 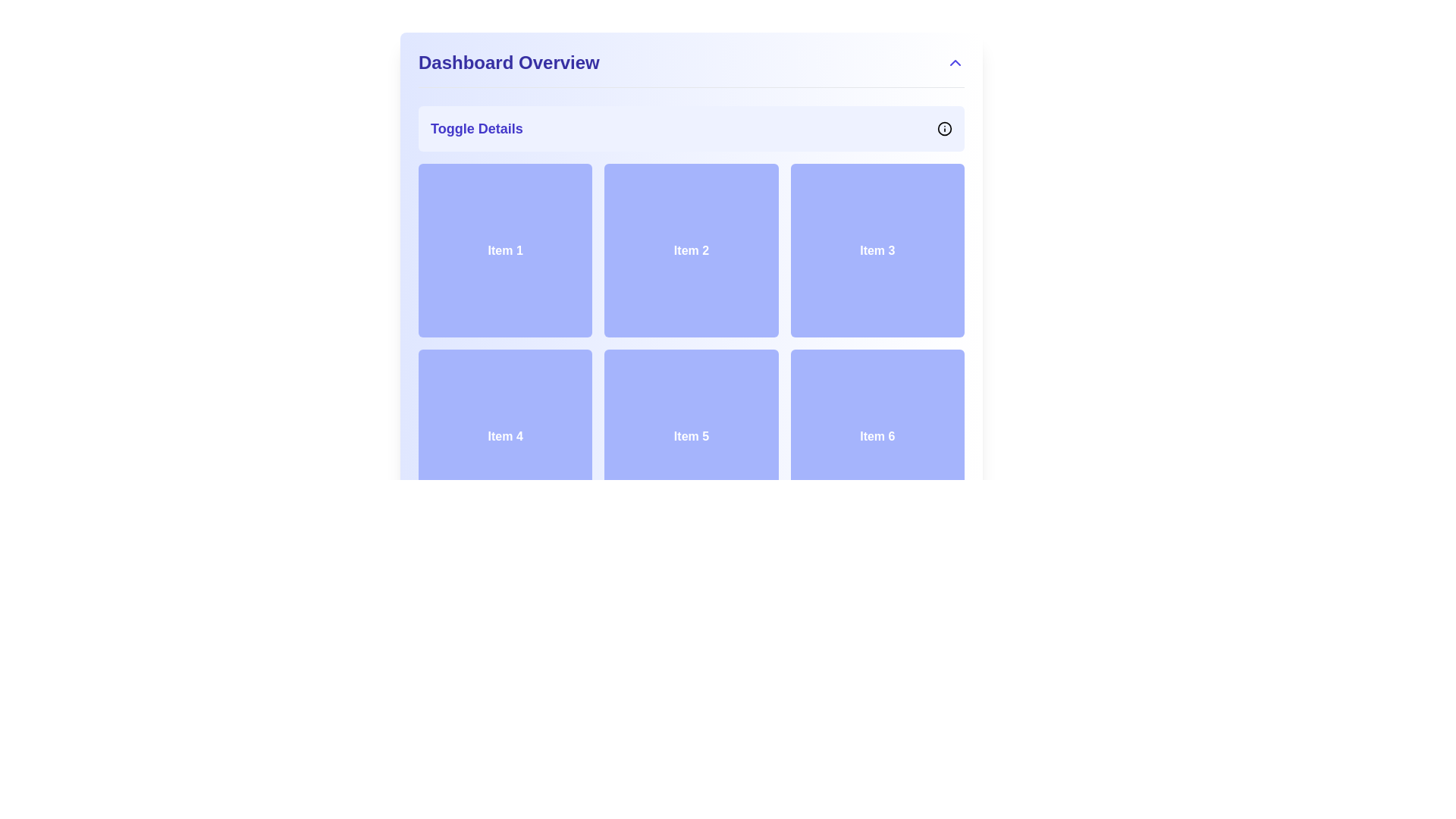 I want to click on the Label or Static Text element displaying 'Item 1' in the Dashboard Overview section, which has a light indigo background and white bold text, so click(x=505, y=249).